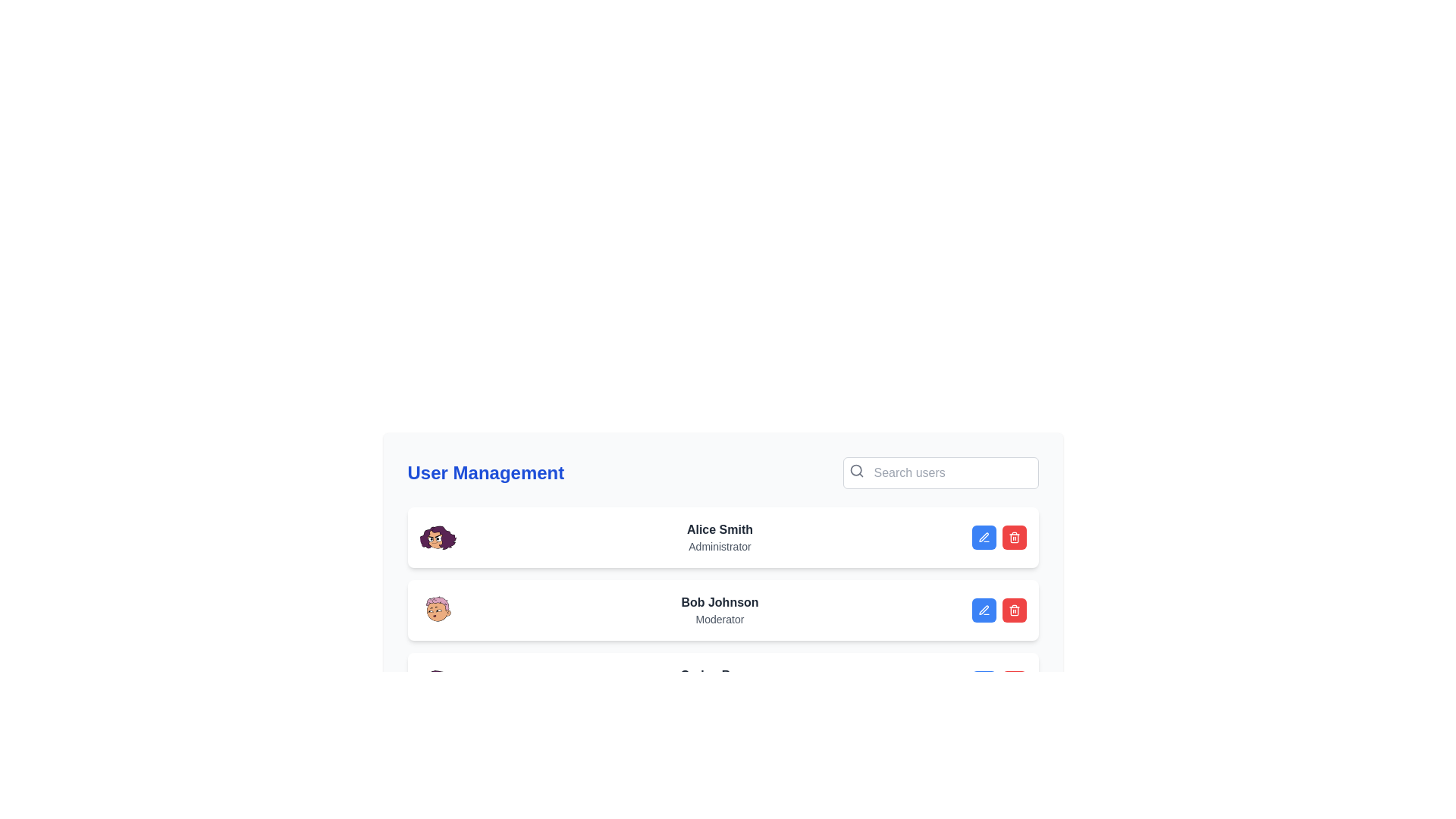 The height and width of the screenshot is (819, 1456). What do you see at coordinates (984, 537) in the screenshot?
I see `the pen icon inside the blue button associated with 'Alice Smith', an 'Administrator' in the 'User Management' section` at bounding box center [984, 537].